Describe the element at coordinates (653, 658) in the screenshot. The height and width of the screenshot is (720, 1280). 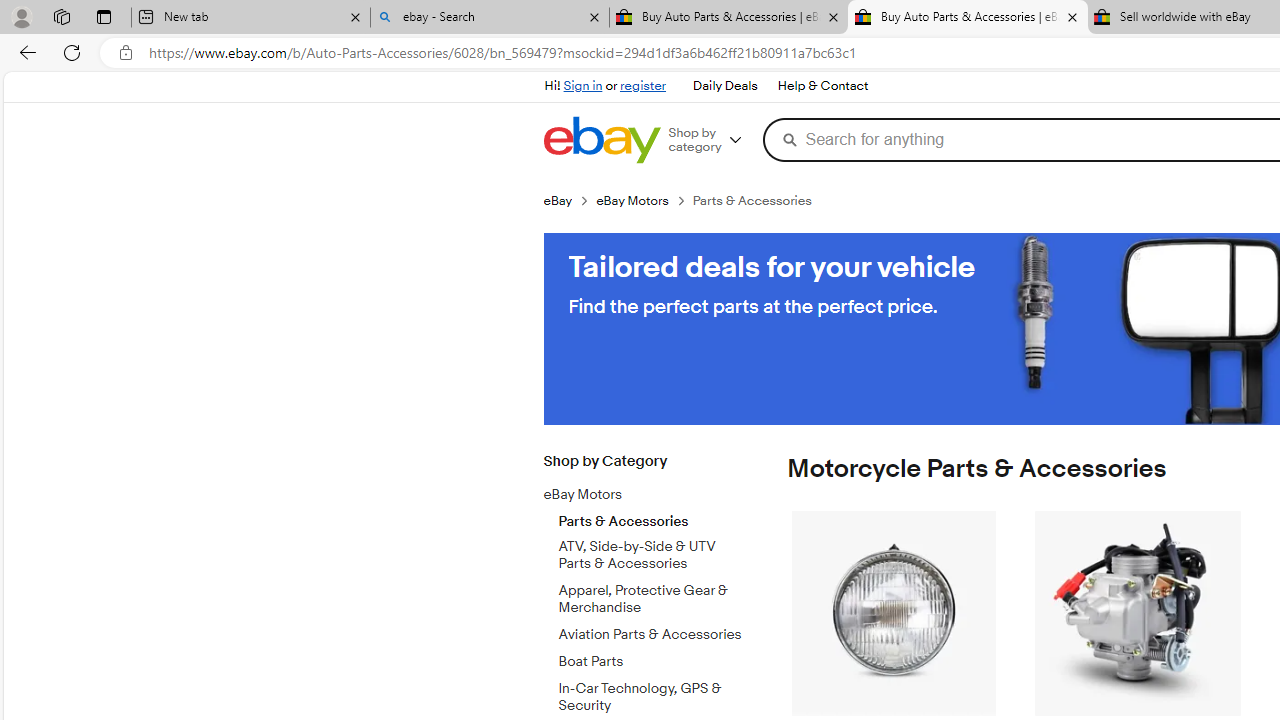
I see `'Boat Parts'` at that location.